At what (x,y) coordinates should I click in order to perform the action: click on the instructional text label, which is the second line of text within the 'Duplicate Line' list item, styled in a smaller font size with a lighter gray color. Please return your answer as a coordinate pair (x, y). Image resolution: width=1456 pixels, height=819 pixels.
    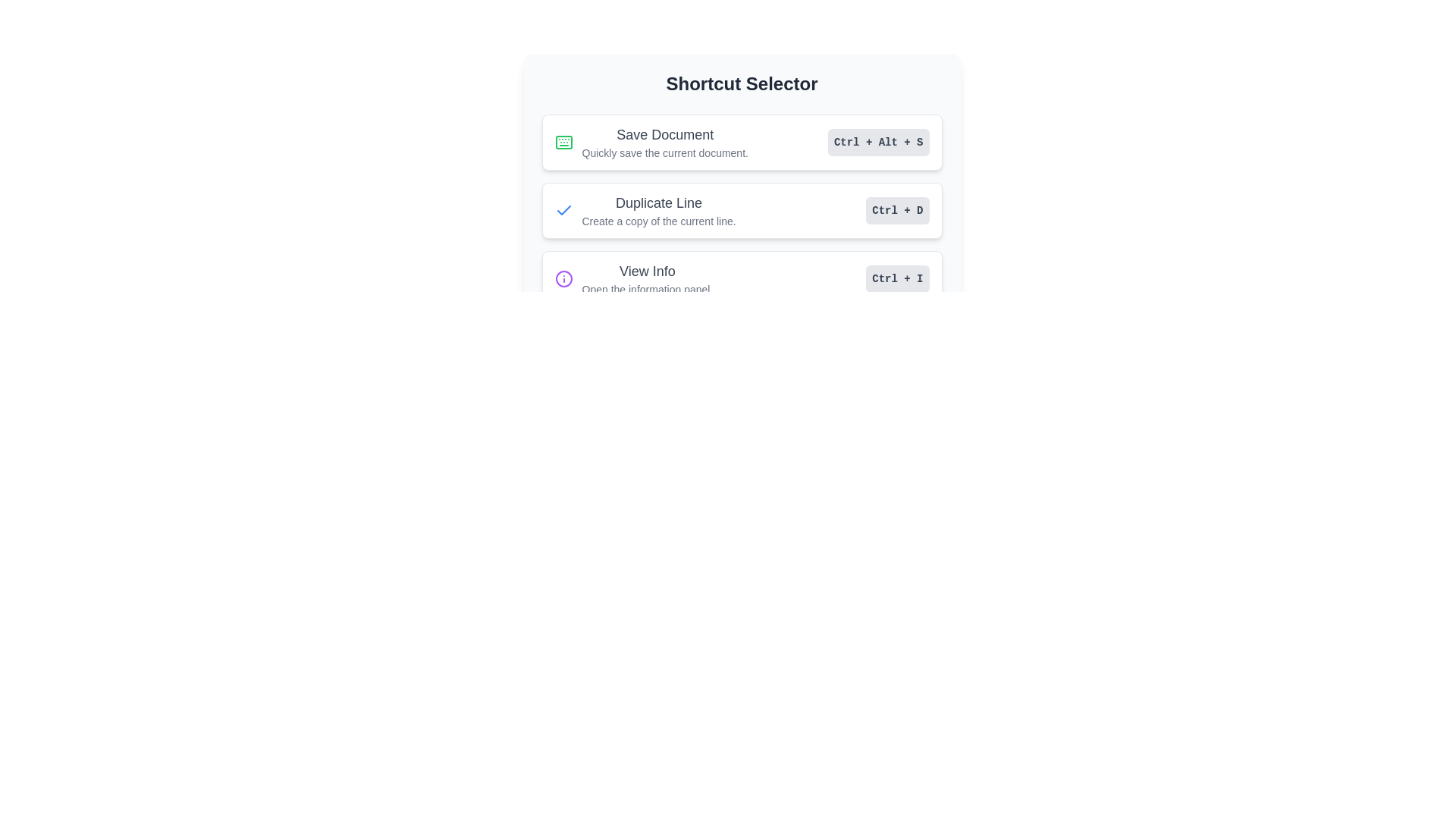
    Looking at the image, I should click on (658, 221).